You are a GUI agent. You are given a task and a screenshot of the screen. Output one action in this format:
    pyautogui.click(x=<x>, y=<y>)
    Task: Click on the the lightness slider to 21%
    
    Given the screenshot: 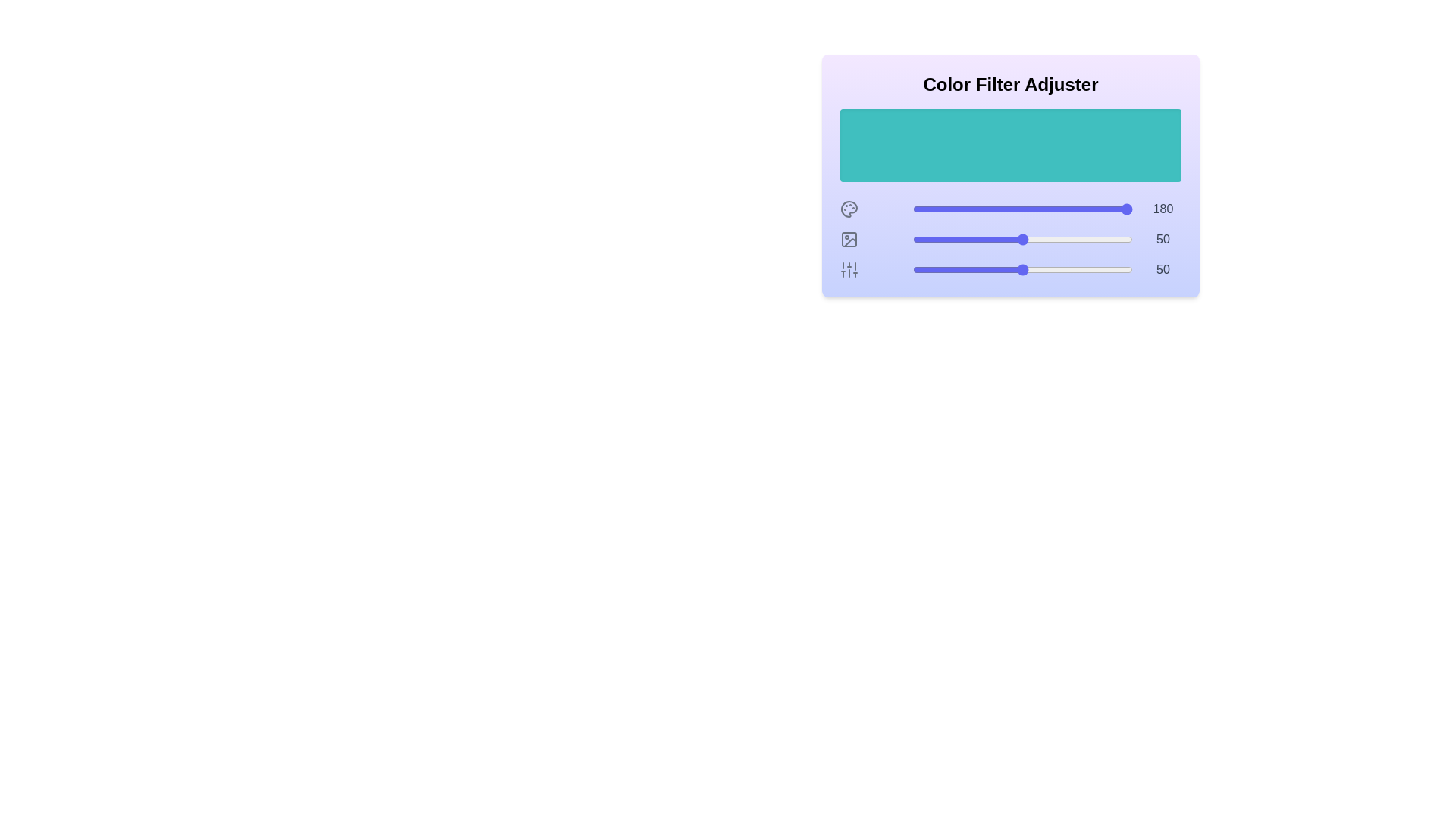 What is the action you would take?
    pyautogui.click(x=958, y=239)
    